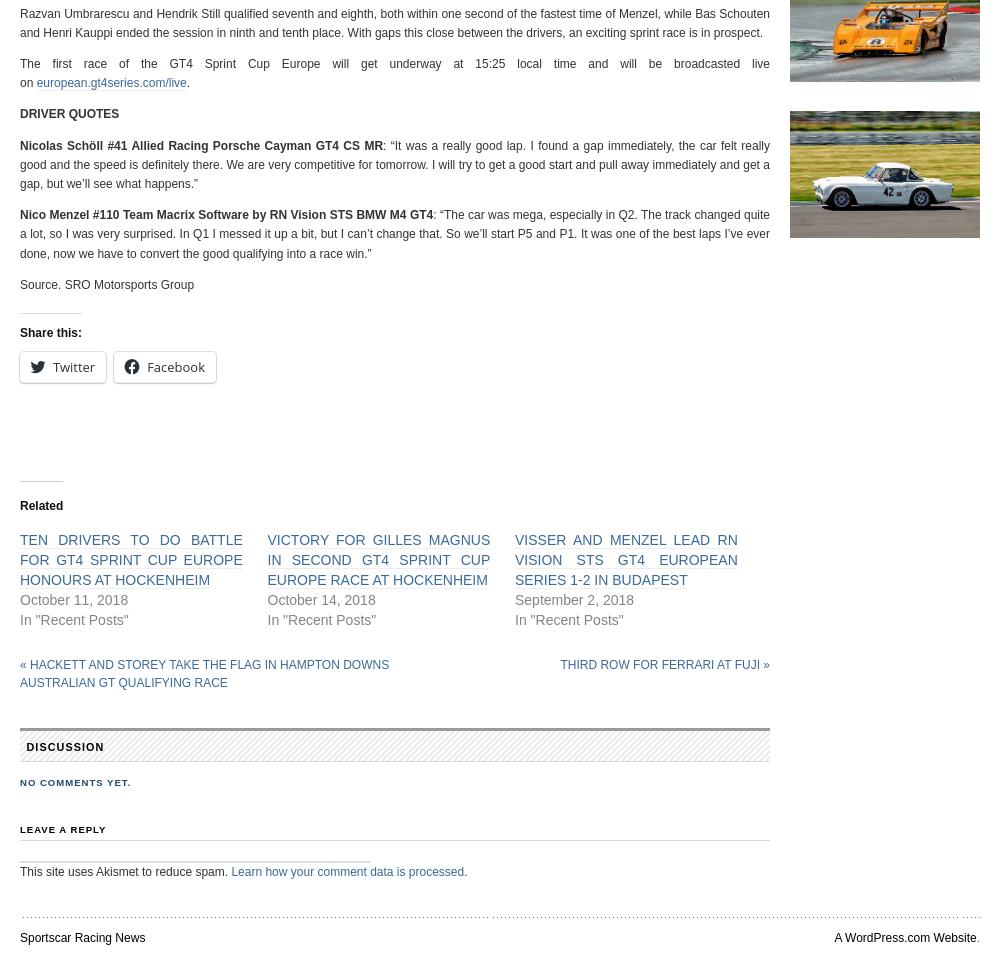  I want to click on 'THIRD ROW FOR FERRARI AT FUJI', so click(661, 664).